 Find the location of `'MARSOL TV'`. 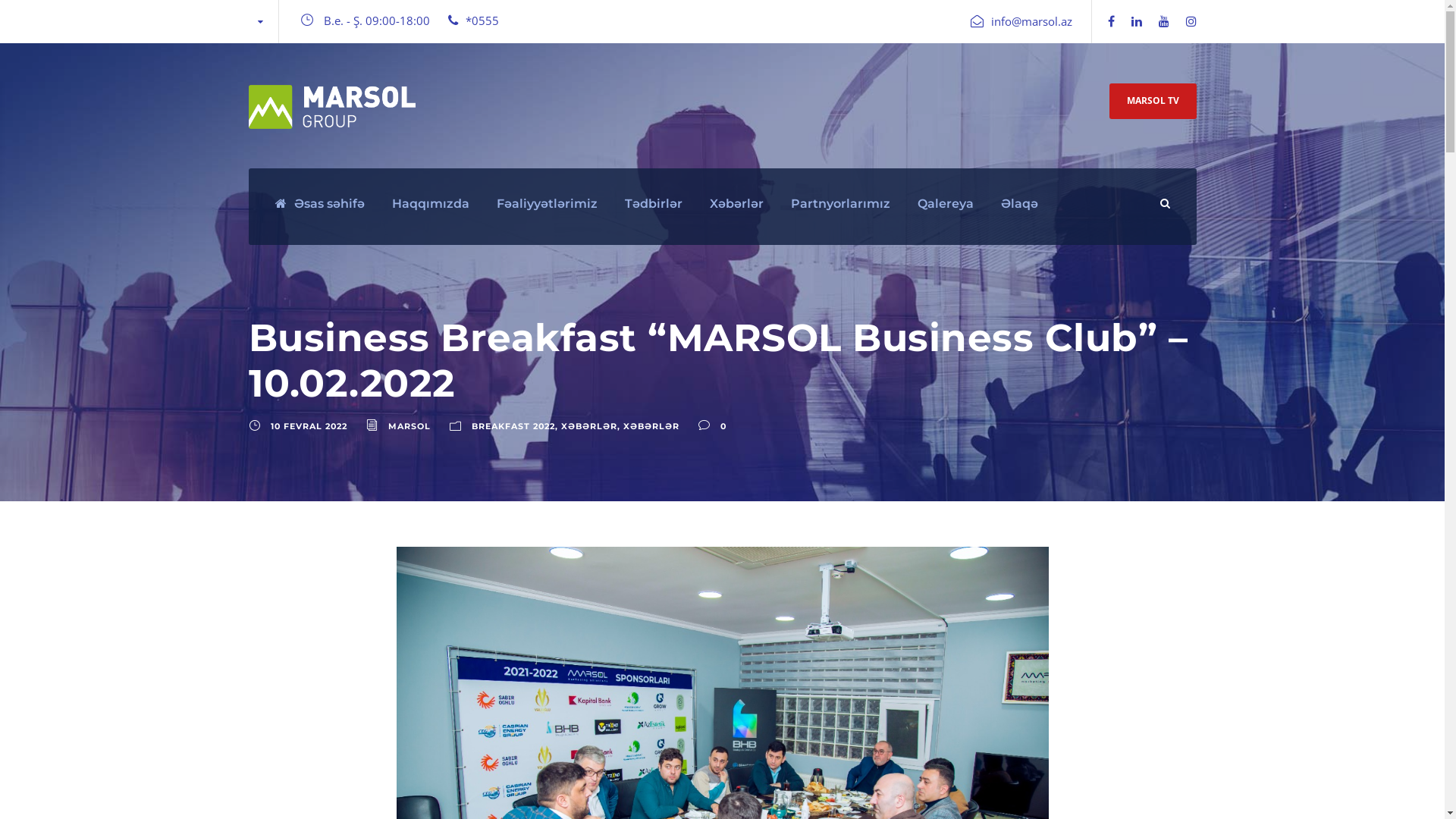

'MARSOL TV' is located at coordinates (1109, 100).